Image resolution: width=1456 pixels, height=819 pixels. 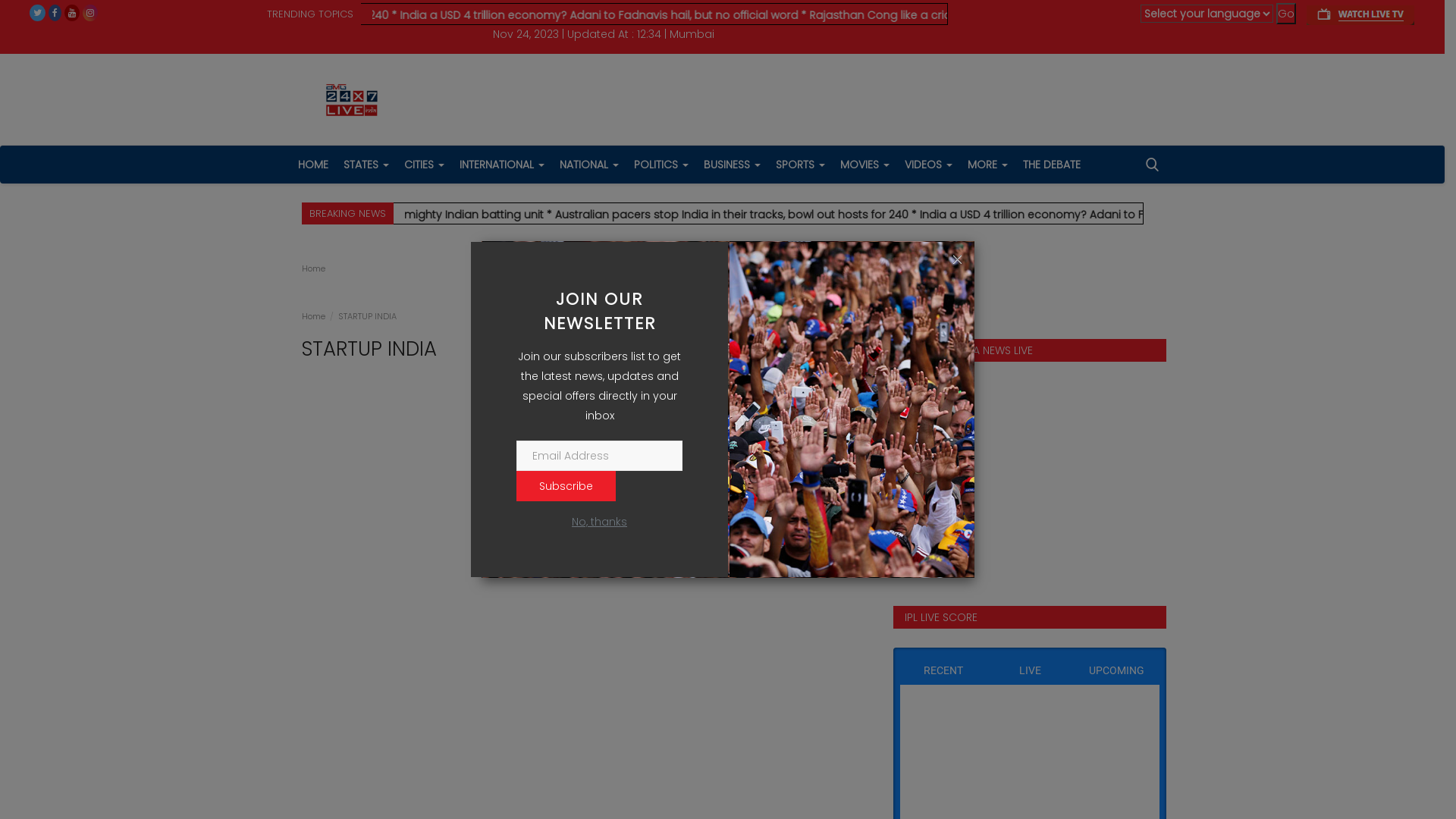 What do you see at coordinates (312, 164) in the screenshot?
I see `'HOME'` at bounding box center [312, 164].